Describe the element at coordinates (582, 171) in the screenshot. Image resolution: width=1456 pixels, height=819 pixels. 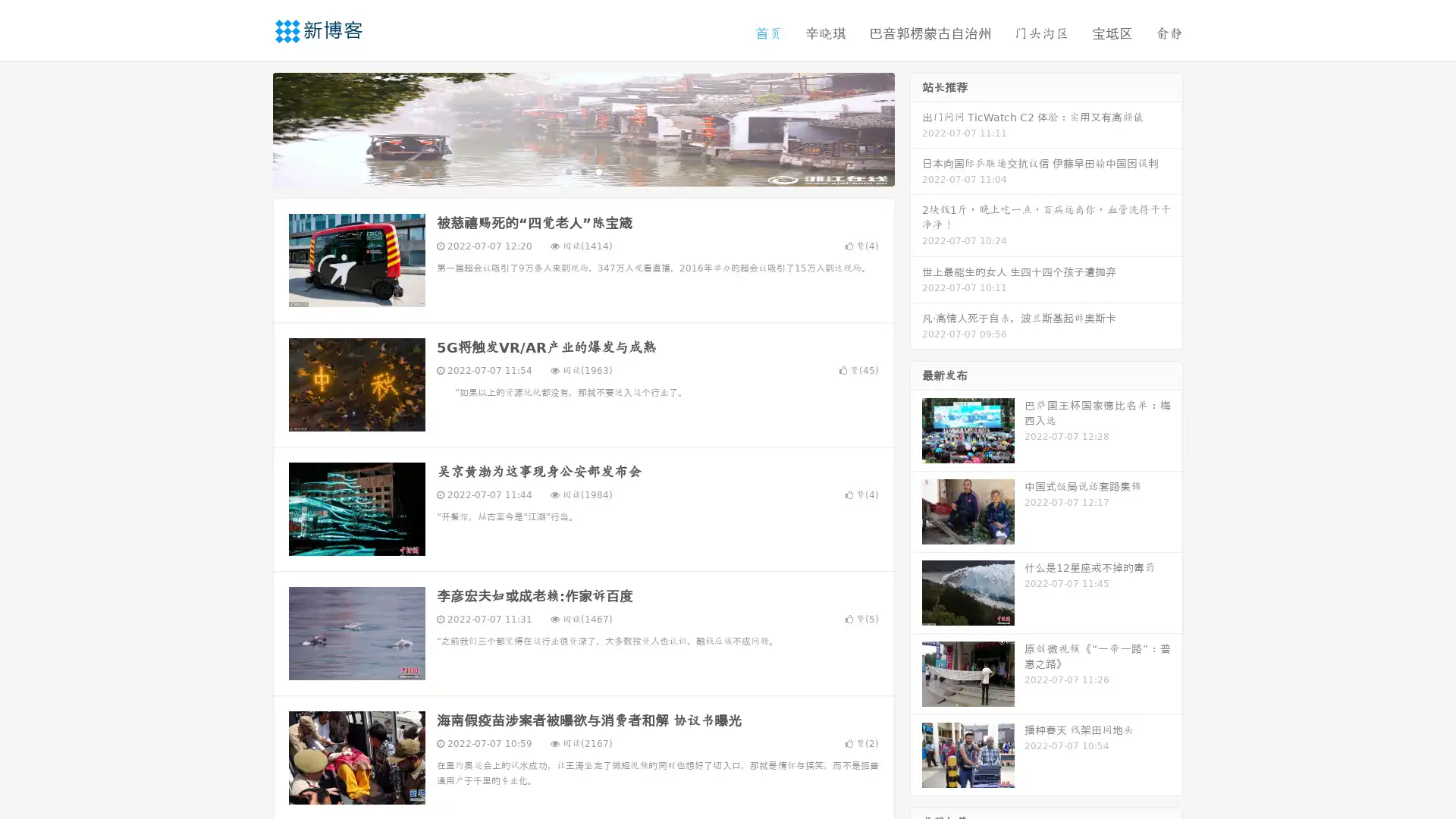
I see `Go to slide 2` at that location.